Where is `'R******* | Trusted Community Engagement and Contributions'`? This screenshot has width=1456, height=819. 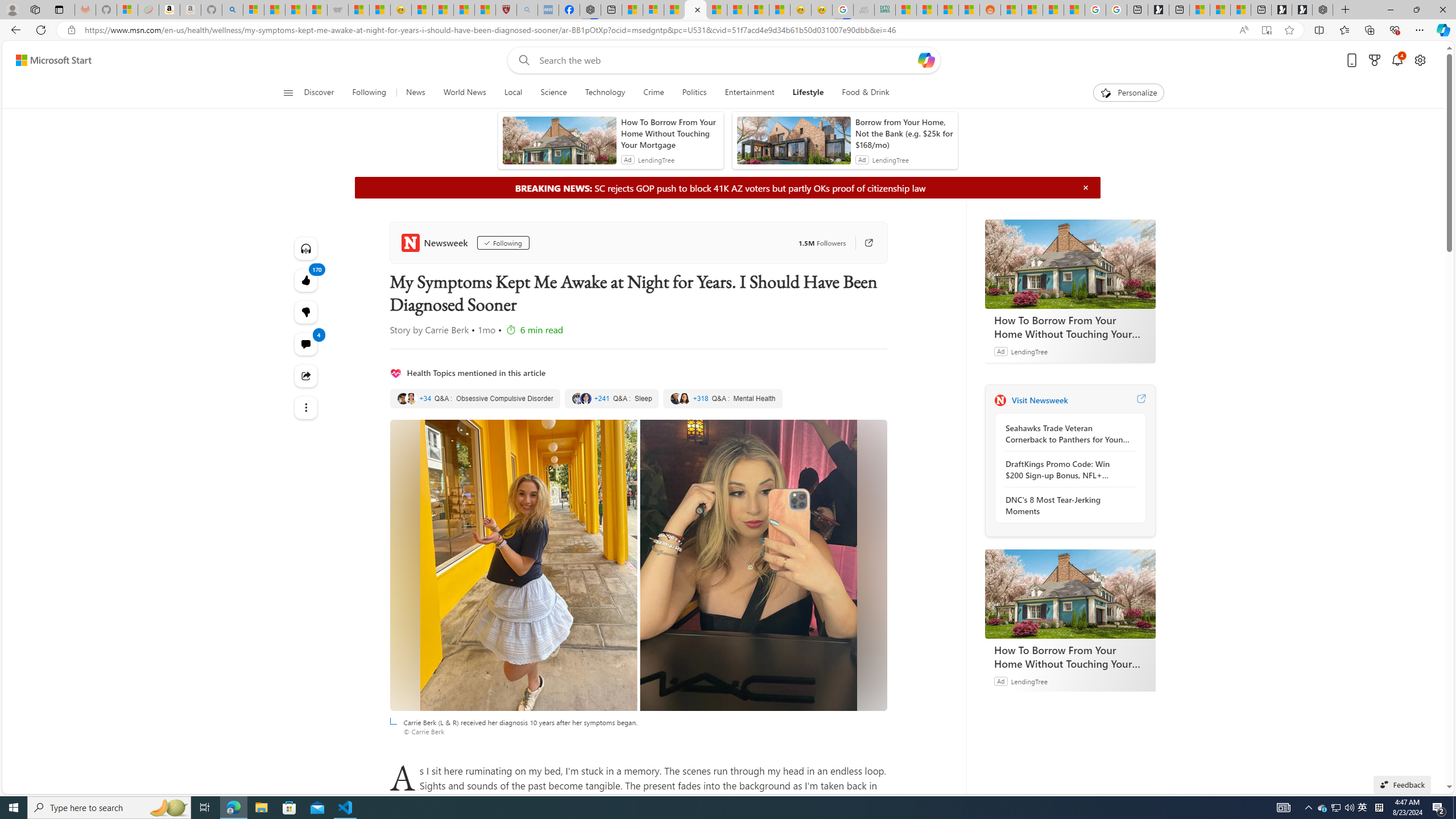 'R******* | Trusted Community Engagement and Contributions' is located at coordinates (1011, 9).